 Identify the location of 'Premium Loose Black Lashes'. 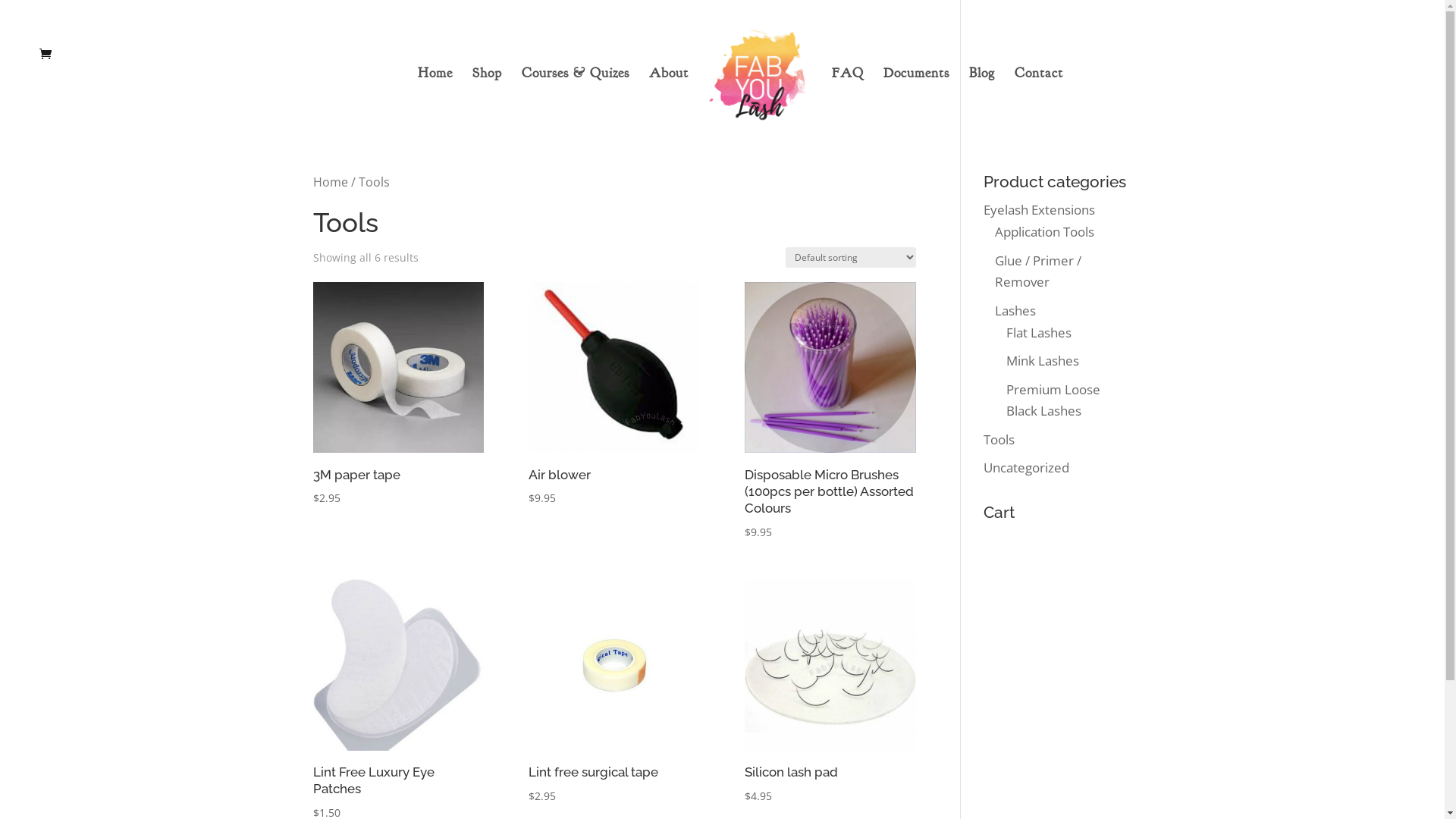
(1052, 400).